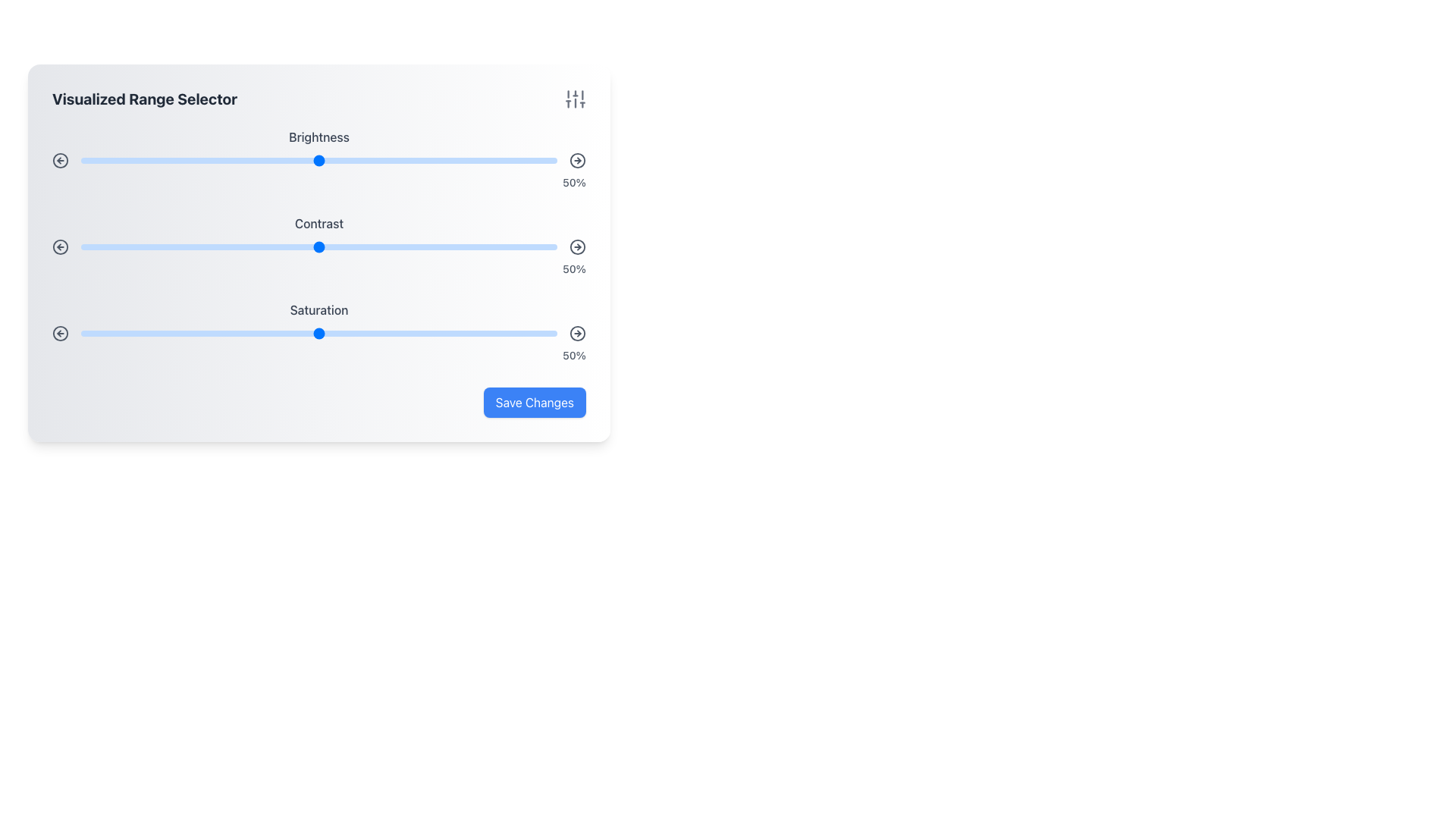 This screenshot has width=1456, height=819. Describe the element at coordinates (61, 161) in the screenshot. I see `the decrement button in the 'Brightness' section` at that location.